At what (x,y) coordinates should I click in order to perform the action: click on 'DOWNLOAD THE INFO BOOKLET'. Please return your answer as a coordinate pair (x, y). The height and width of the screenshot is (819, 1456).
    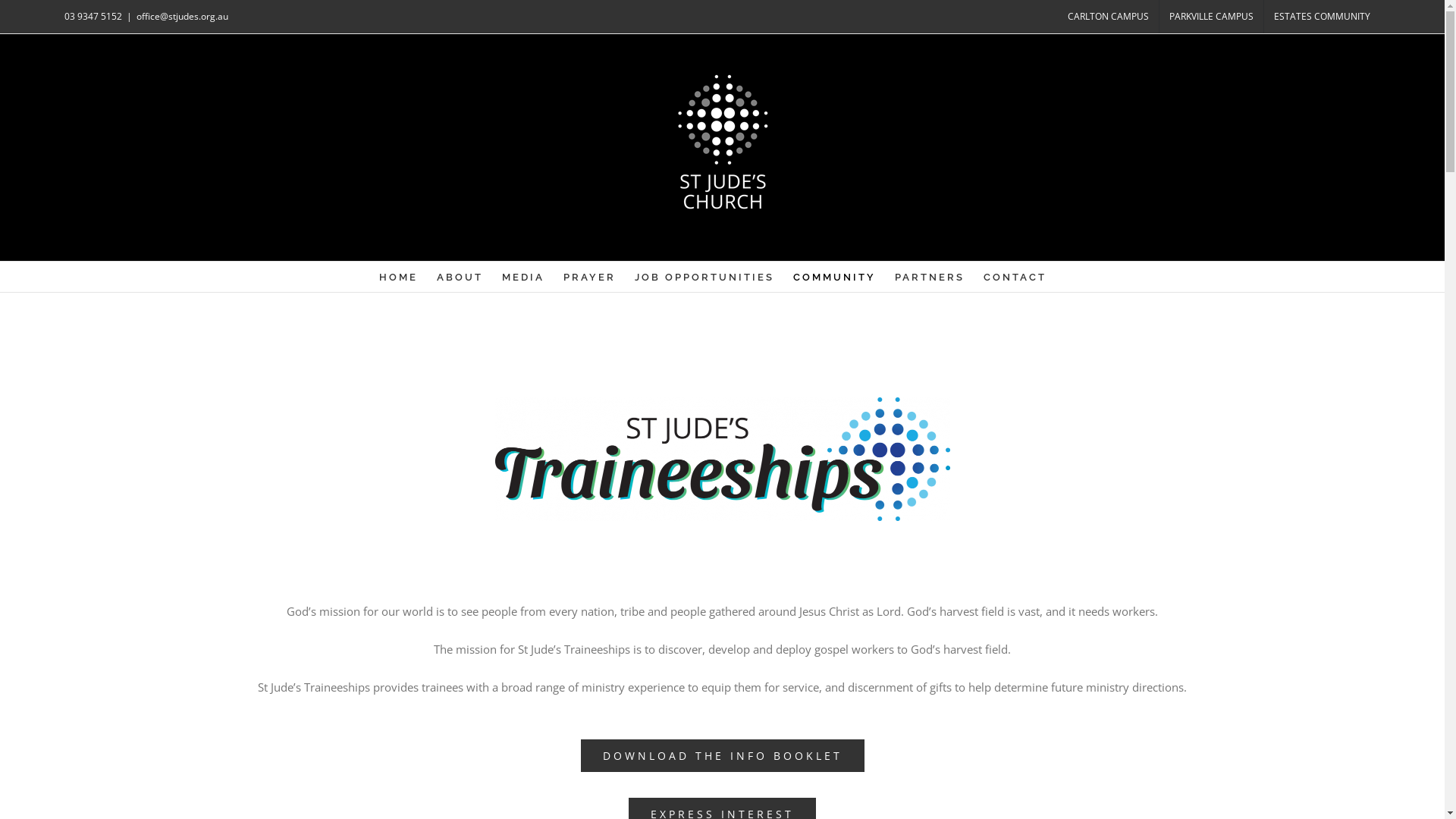
    Looking at the image, I should click on (722, 755).